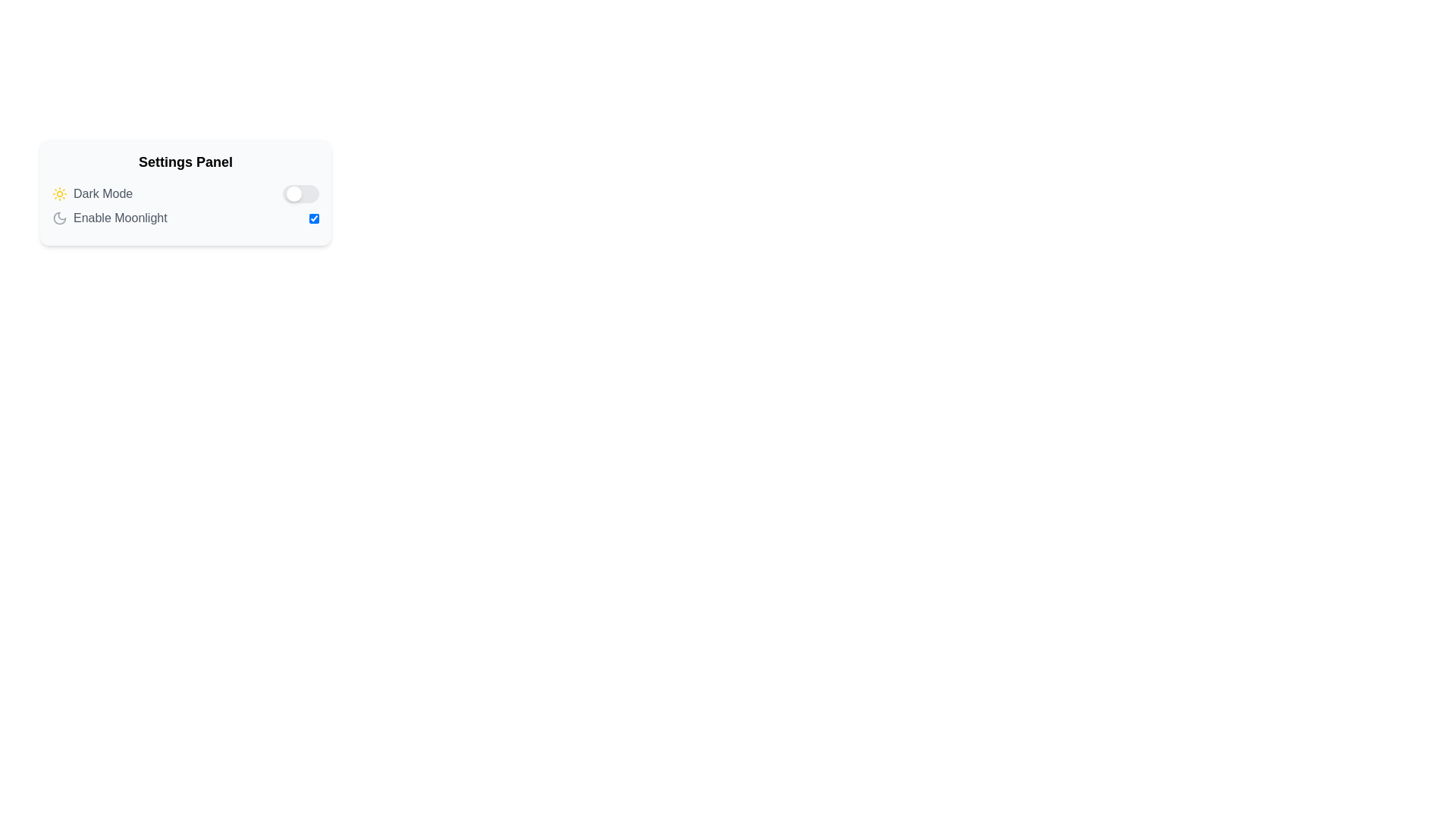 The width and height of the screenshot is (1456, 819). Describe the element at coordinates (184, 218) in the screenshot. I see `the 'Enable Moonlight' toggle option located in the 'Settings Panel' beneath 'Dark Mode' for accessibility navigation` at that location.